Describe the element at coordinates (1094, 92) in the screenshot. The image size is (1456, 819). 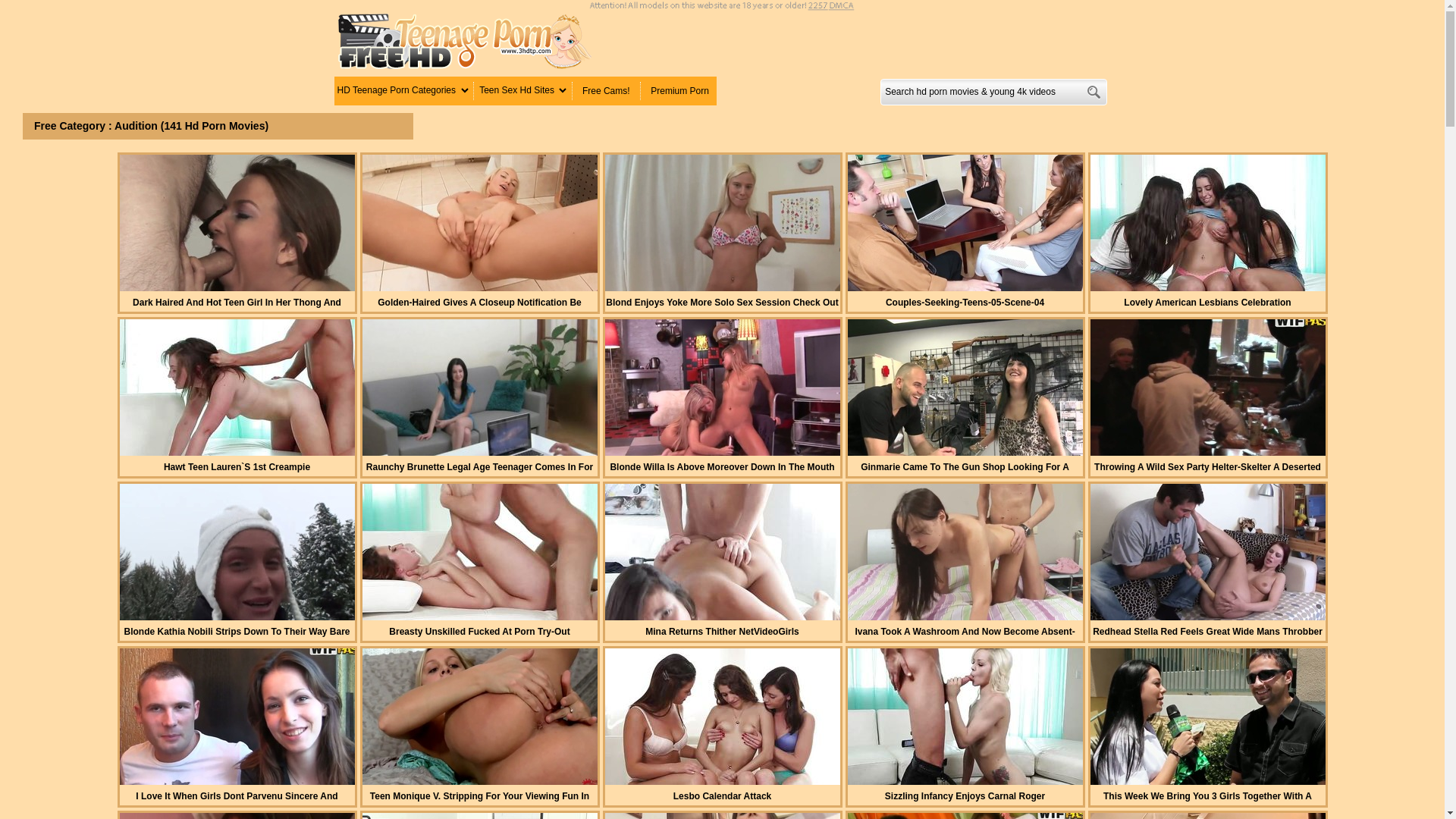
I see `'search'` at that location.